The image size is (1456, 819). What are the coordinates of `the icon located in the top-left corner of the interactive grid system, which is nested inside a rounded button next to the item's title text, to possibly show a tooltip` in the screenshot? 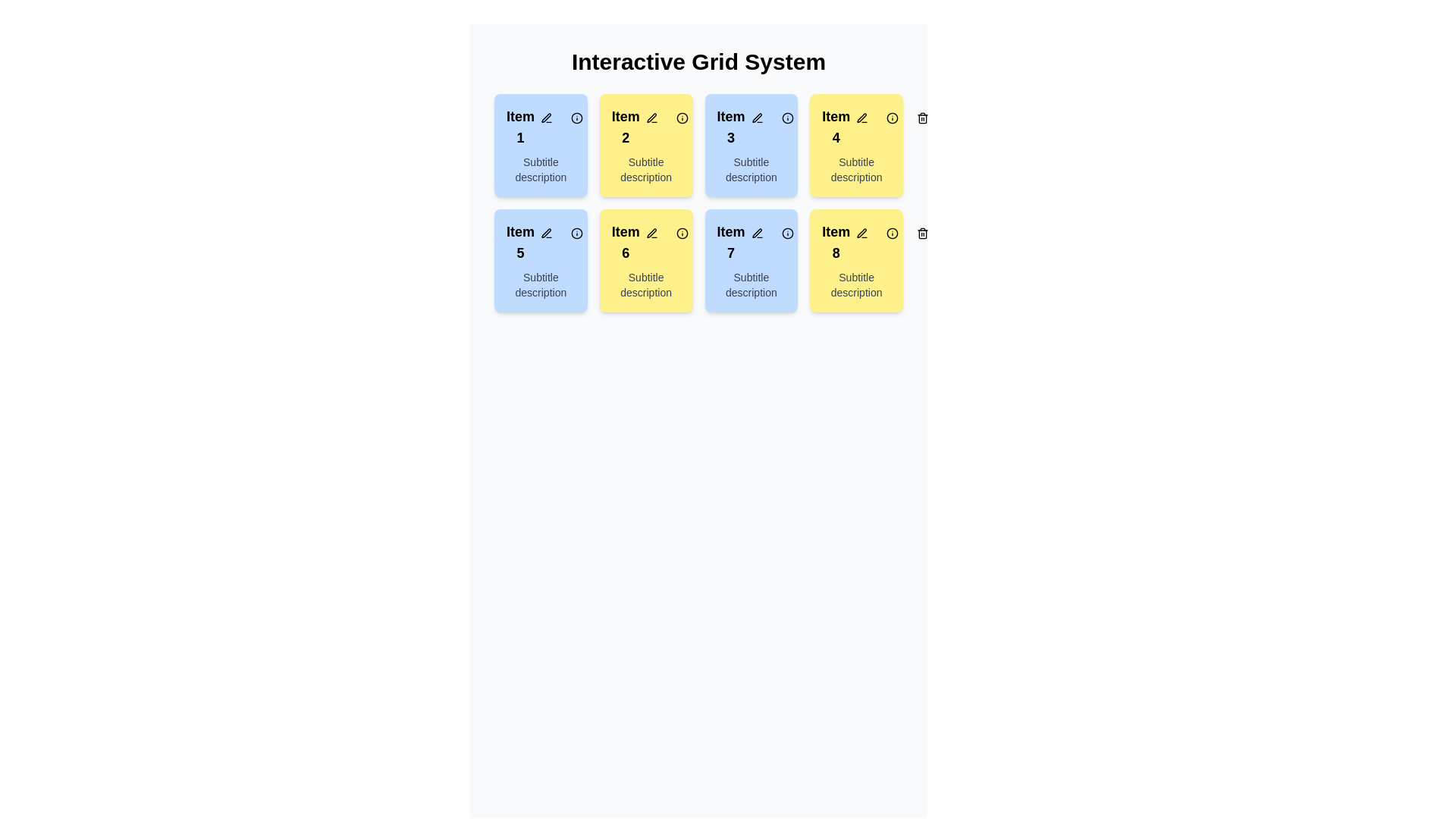 It's located at (576, 117).